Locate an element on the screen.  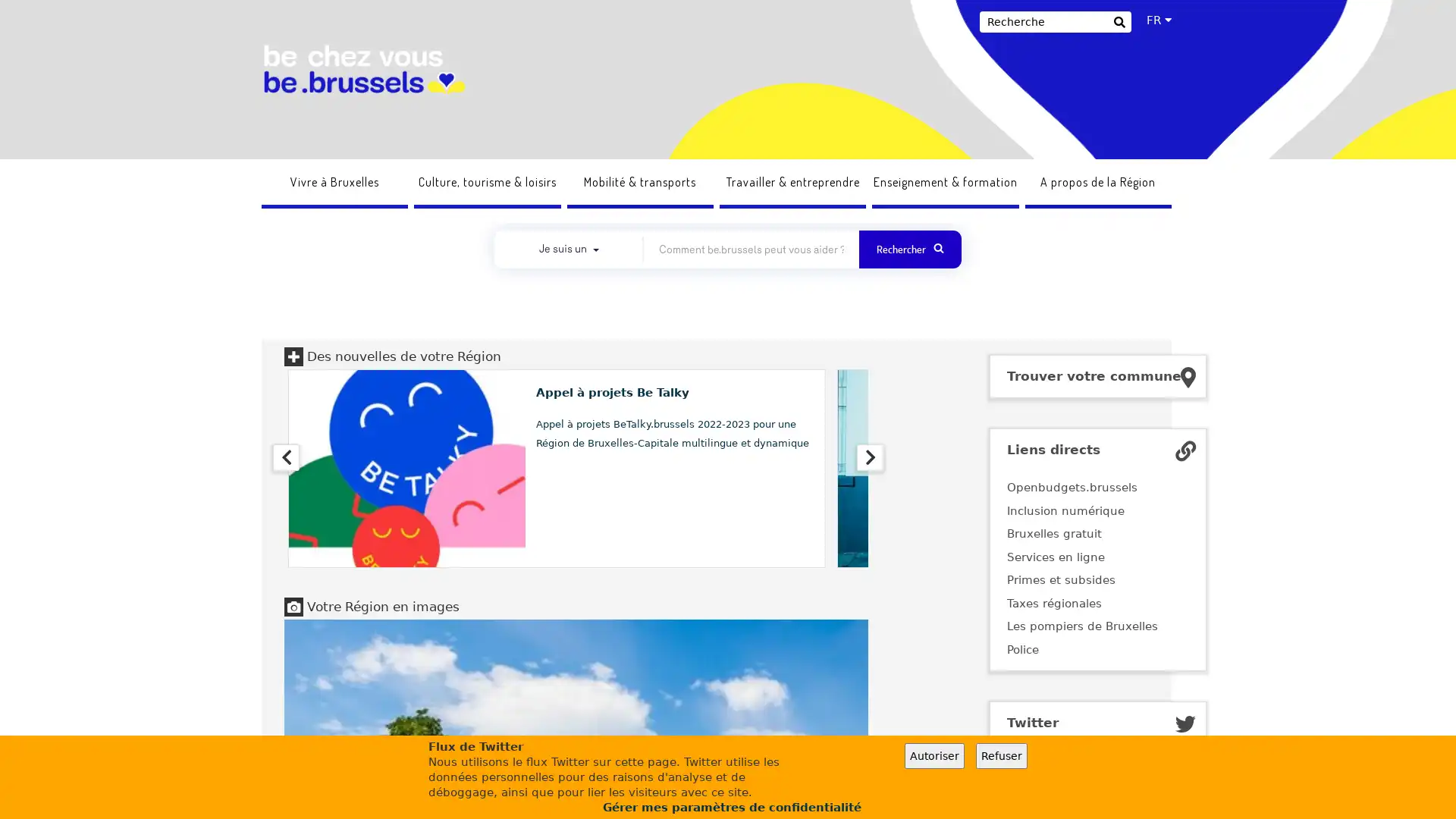
Autoriser is located at coordinates (934, 755).